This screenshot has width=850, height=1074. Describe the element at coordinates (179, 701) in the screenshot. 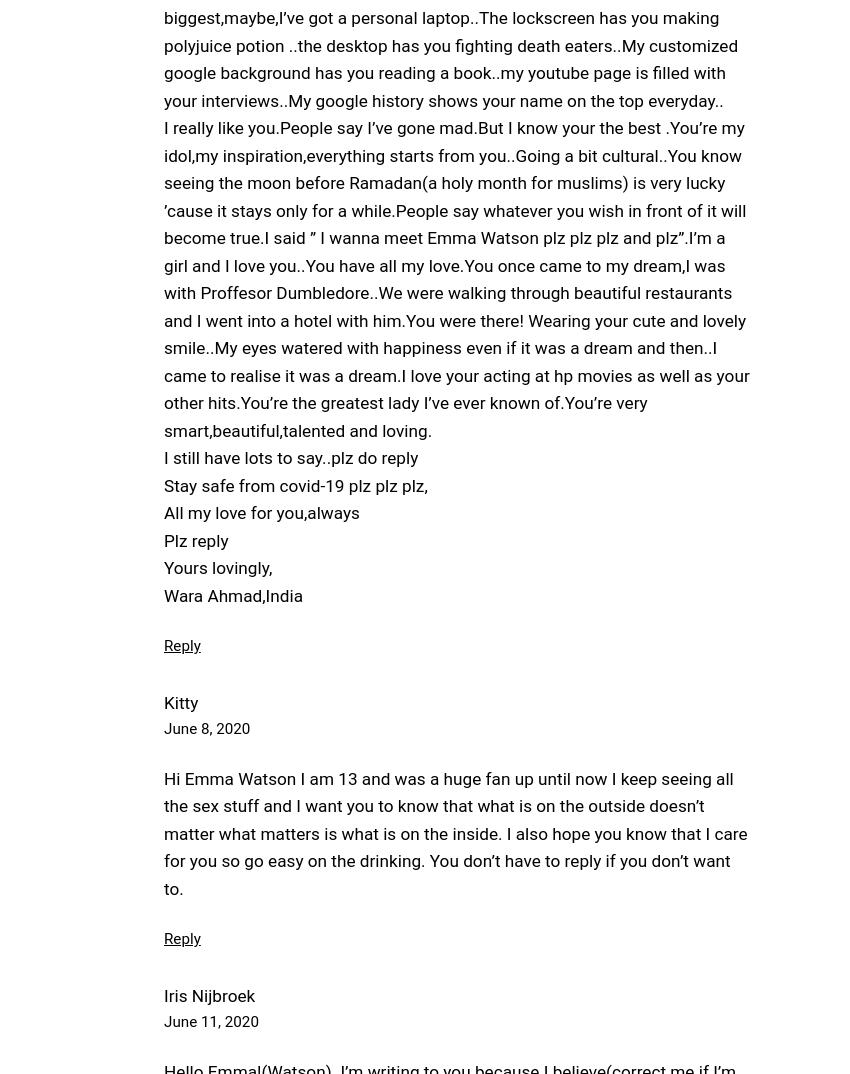

I see `'Kitty'` at that location.